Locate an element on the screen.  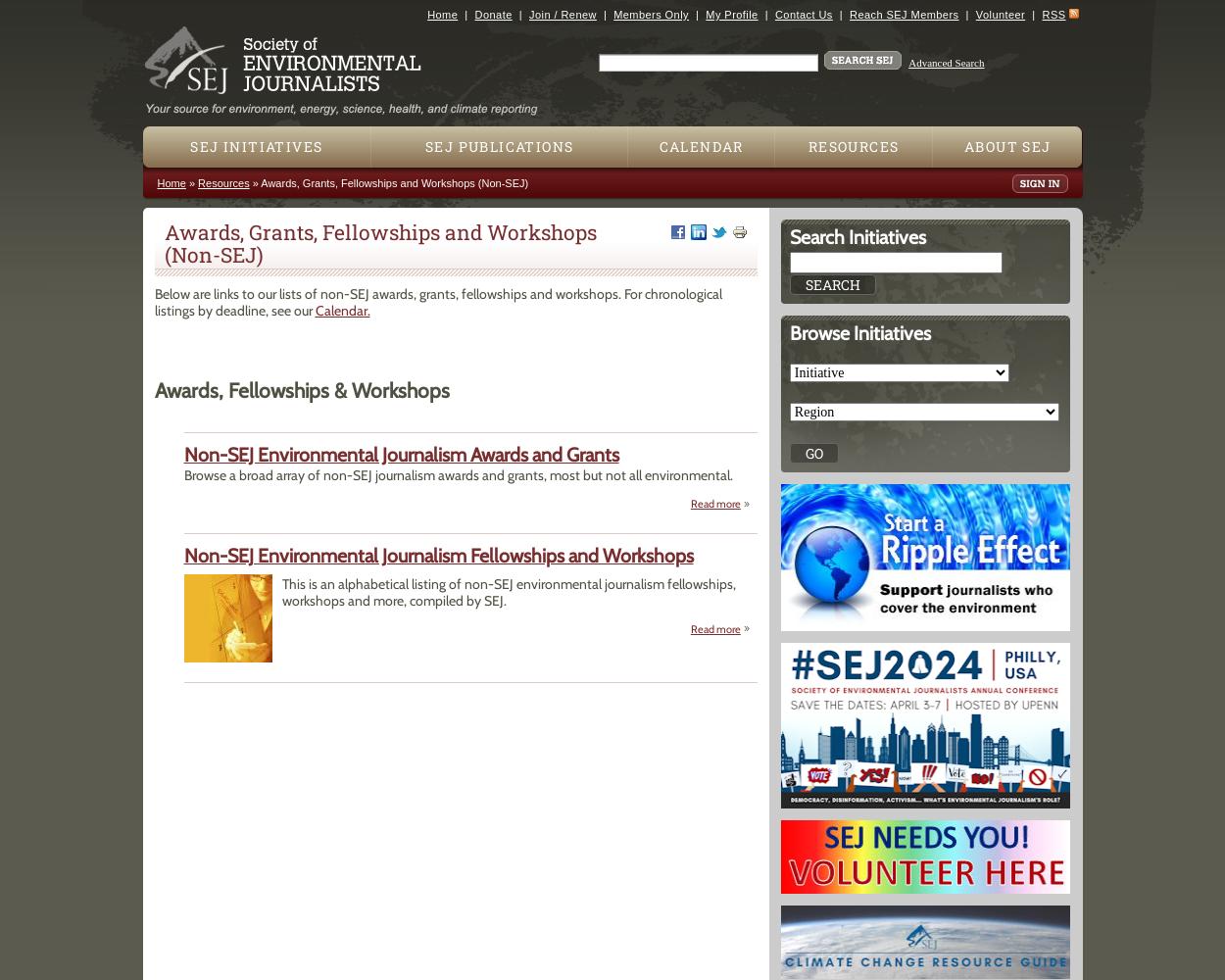
'Resources' is located at coordinates (222, 183).